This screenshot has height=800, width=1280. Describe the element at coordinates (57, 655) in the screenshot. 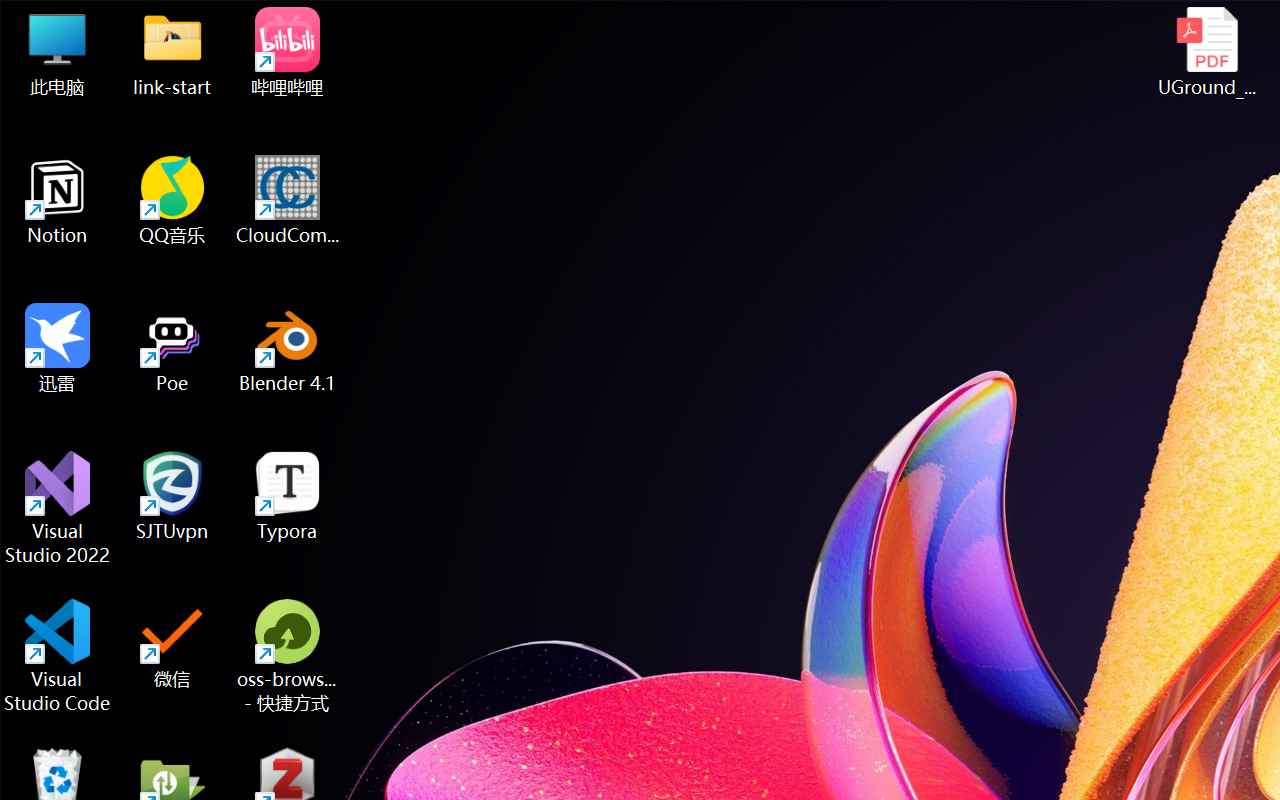

I see `'Visual Studio Code'` at that location.